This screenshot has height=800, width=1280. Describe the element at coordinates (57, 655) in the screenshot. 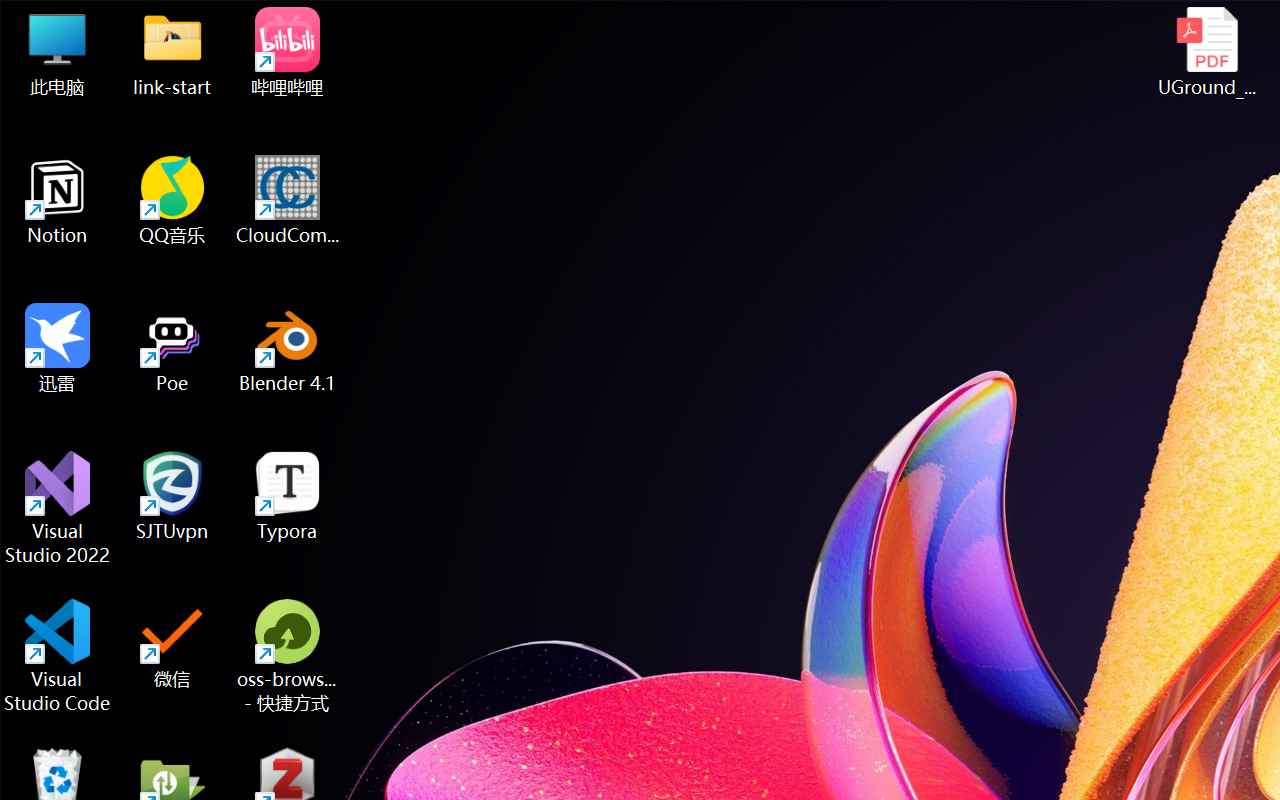

I see `'Visual Studio Code'` at that location.